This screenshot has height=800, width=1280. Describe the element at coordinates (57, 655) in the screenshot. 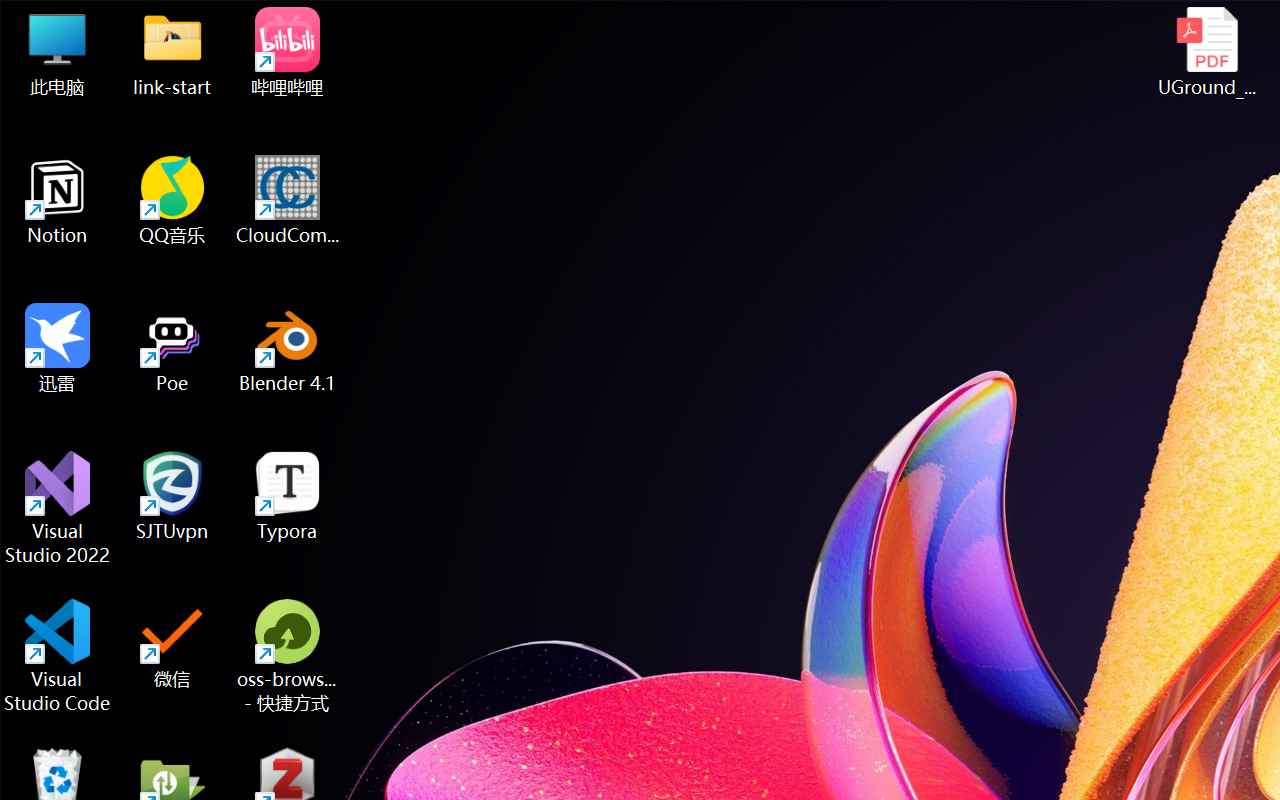

I see `'Visual Studio Code'` at that location.